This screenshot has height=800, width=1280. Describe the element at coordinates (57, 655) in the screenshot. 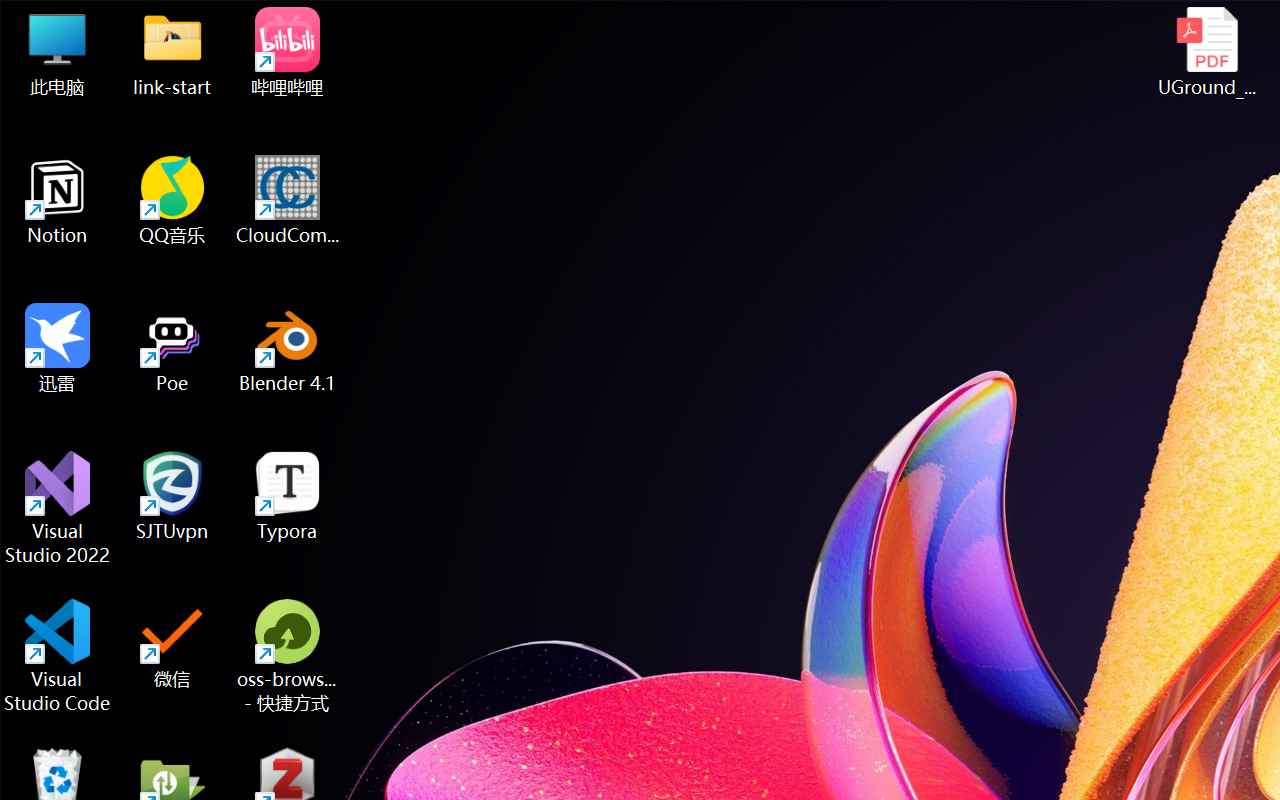

I see `'Visual Studio Code'` at that location.